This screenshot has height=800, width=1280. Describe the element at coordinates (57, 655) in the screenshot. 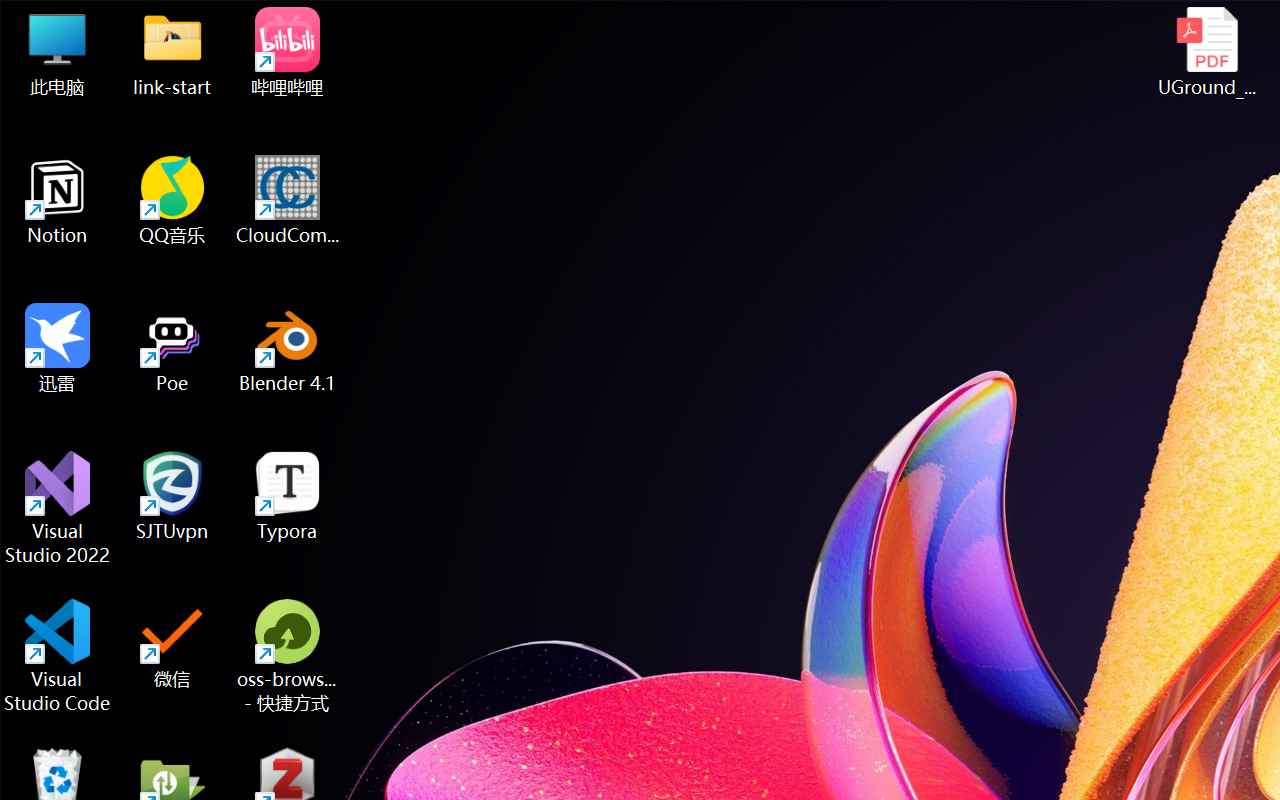

I see `'Visual Studio Code'` at that location.